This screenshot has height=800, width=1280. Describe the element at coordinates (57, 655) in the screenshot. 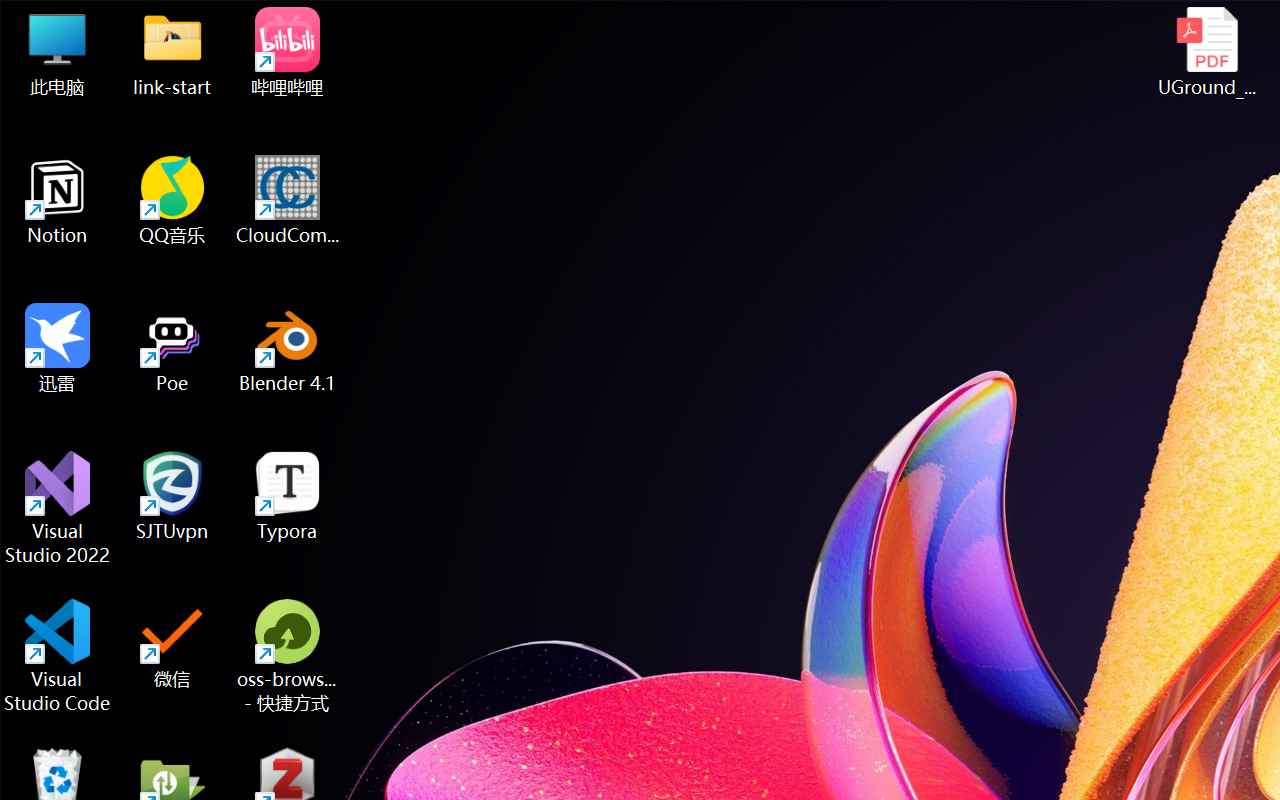

I see `'Visual Studio Code'` at that location.